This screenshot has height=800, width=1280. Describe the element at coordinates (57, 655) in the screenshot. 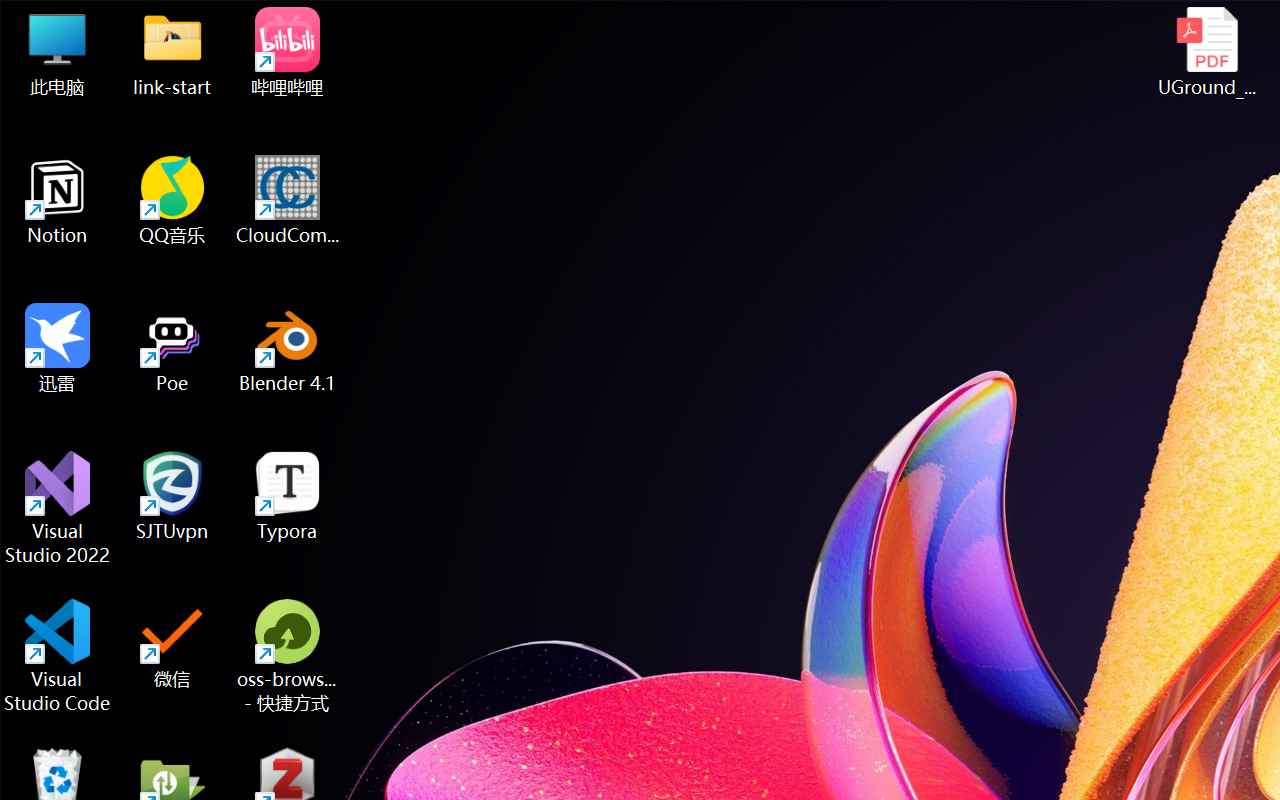

I see `'Visual Studio Code'` at that location.